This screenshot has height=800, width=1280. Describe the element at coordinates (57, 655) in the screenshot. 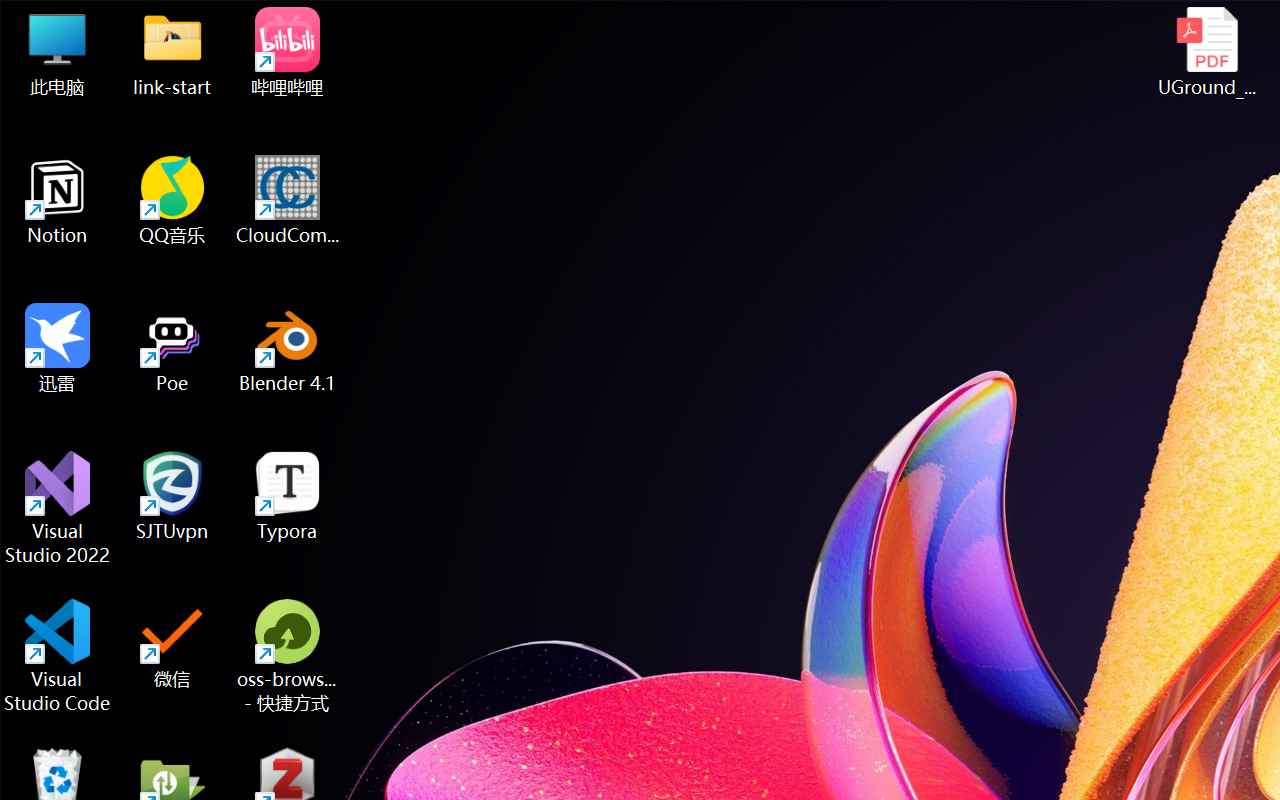

I see `'Visual Studio Code'` at that location.